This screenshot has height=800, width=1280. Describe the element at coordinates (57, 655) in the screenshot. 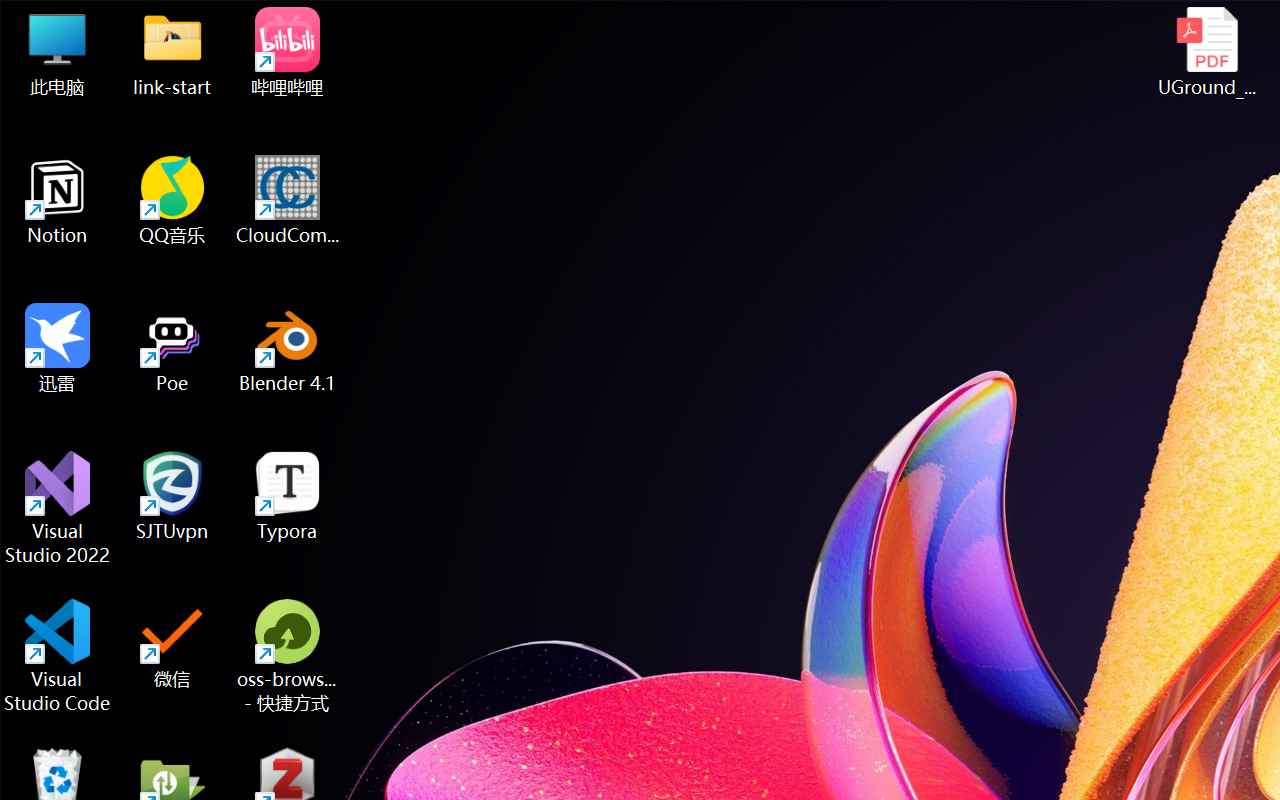

I see `'Visual Studio Code'` at that location.